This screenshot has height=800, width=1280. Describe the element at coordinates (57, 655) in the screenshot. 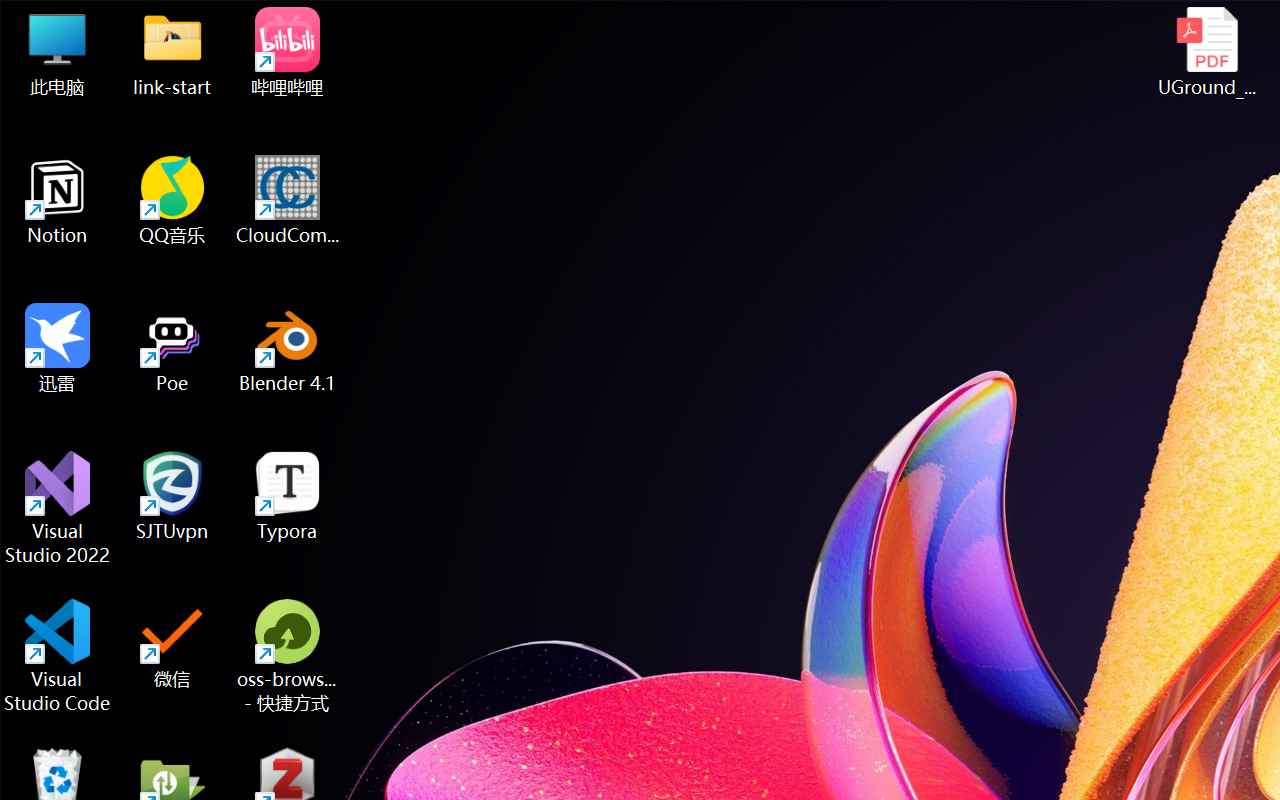

I see `'Visual Studio Code'` at that location.